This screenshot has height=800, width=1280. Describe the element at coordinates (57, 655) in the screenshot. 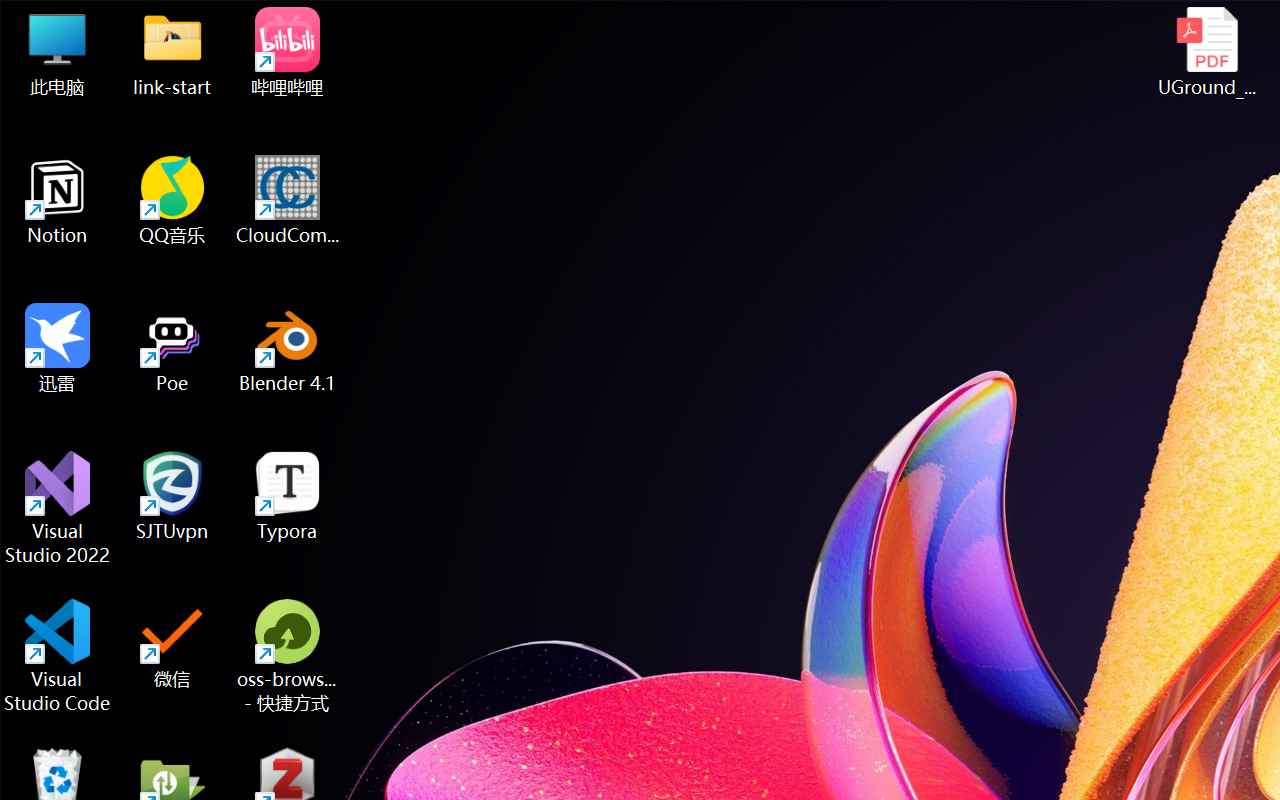

I see `'Visual Studio Code'` at that location.